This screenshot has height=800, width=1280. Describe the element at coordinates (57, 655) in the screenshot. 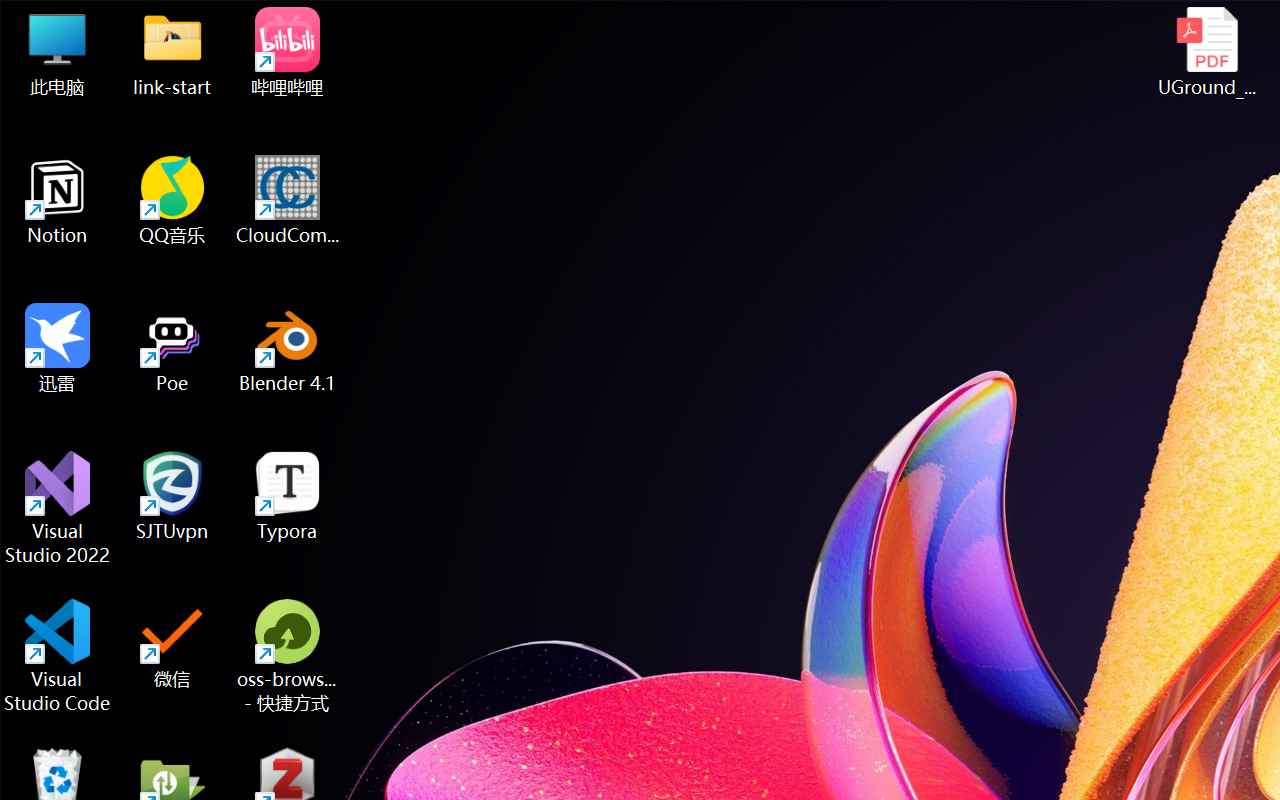

I see `'Visual Studio Code'` at that location.